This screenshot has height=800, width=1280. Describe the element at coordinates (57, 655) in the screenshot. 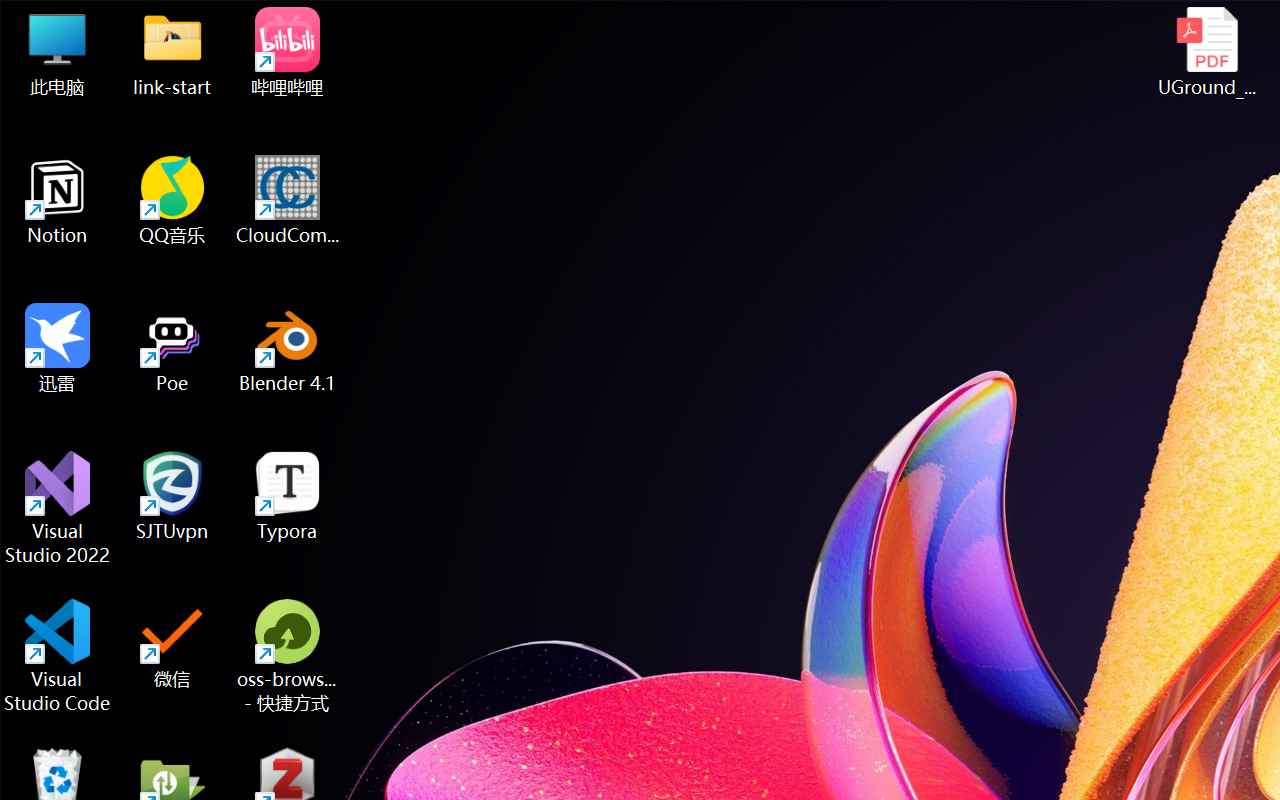

I see `'Visual Studio Code'` at that location.